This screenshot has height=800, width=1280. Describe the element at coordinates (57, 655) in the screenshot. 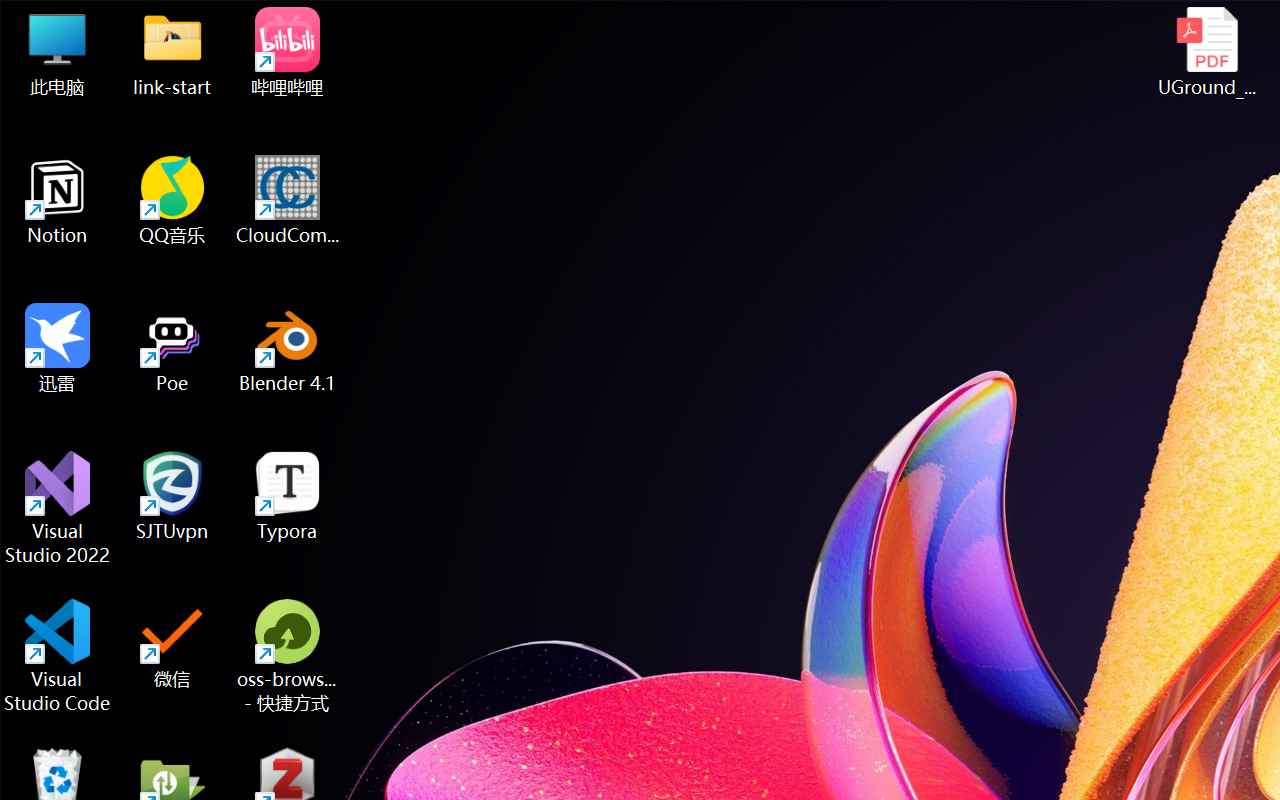

I see `'Visual Studio Code'` at that location.